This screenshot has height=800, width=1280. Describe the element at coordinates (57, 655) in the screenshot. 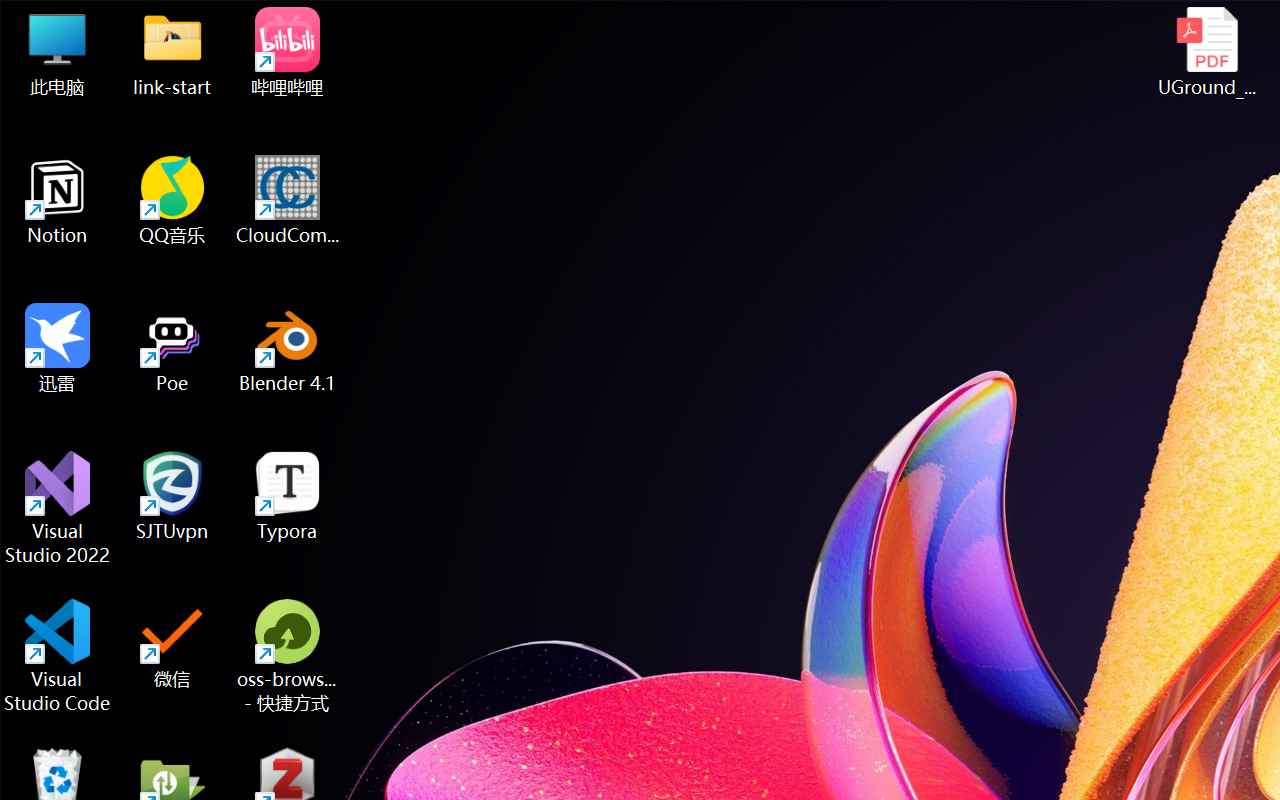

I see `'Visual Studio Code'` at that location.